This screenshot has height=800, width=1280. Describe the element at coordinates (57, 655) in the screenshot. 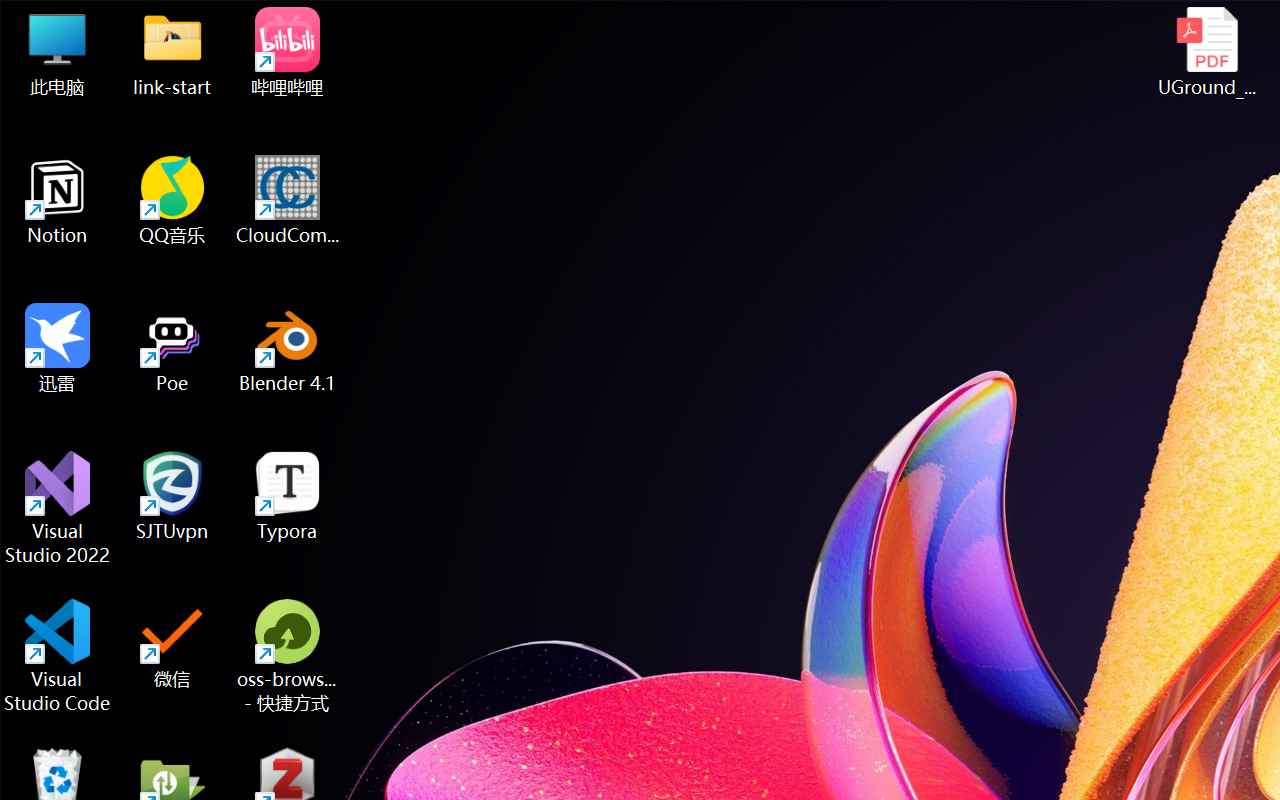

I see `'Visual Studio Code'` at that location.